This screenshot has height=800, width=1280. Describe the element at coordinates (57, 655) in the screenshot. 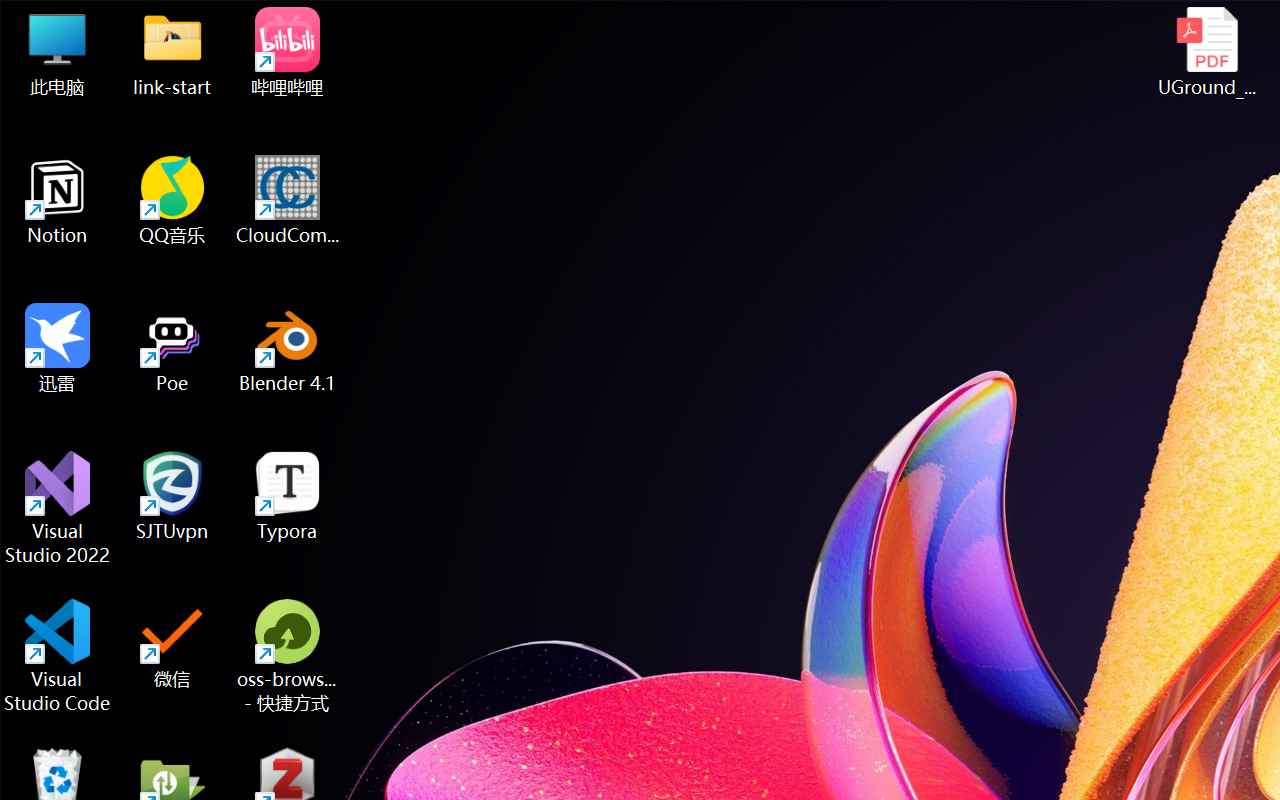

I see `'Visual Studio Code'` at that location.